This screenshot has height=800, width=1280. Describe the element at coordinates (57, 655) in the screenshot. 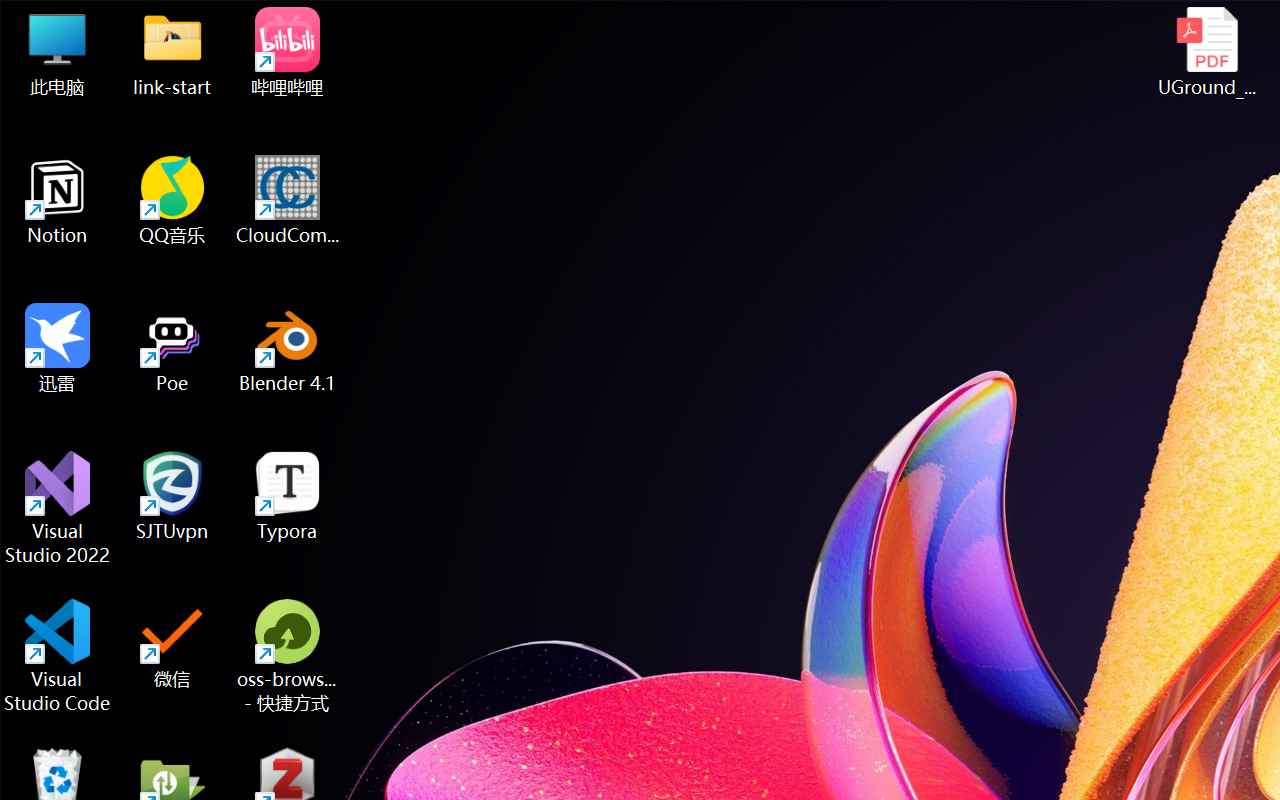

I see `'Visual Studio Code'` at that location.